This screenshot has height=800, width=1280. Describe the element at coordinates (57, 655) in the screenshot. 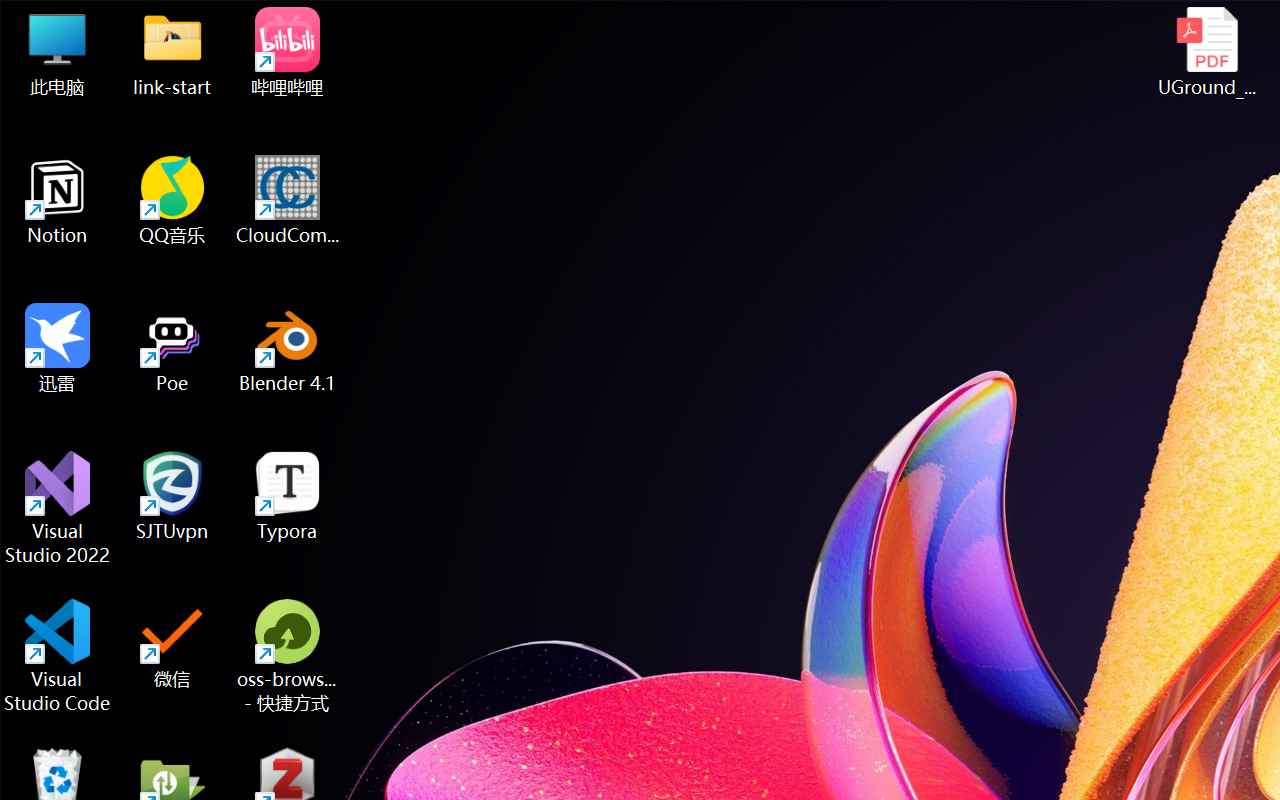

I see `'Visual Studio Code'` at that location.